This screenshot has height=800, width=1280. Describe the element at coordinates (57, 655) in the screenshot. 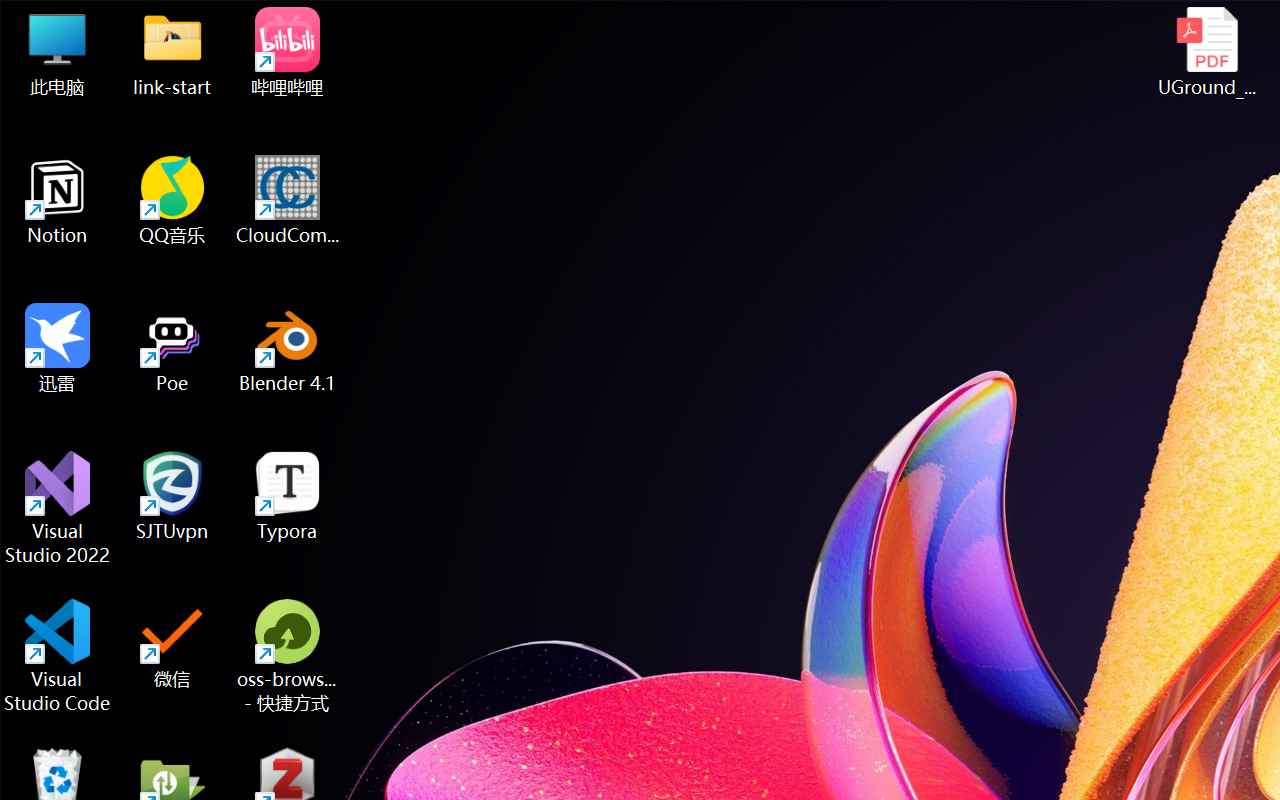

I see `'Visual Studio Code'` at that location.